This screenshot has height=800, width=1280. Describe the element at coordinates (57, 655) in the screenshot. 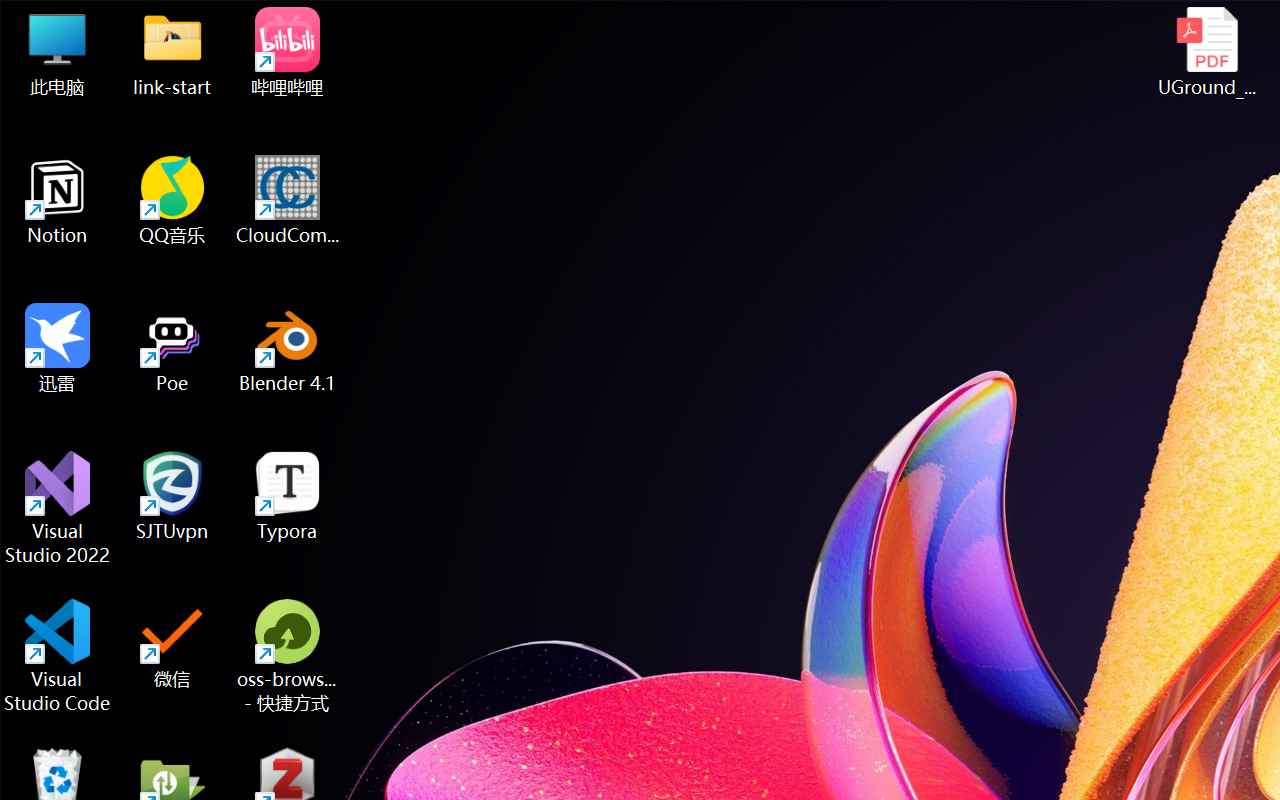

I see `'Visual Studio Code'` at that location.